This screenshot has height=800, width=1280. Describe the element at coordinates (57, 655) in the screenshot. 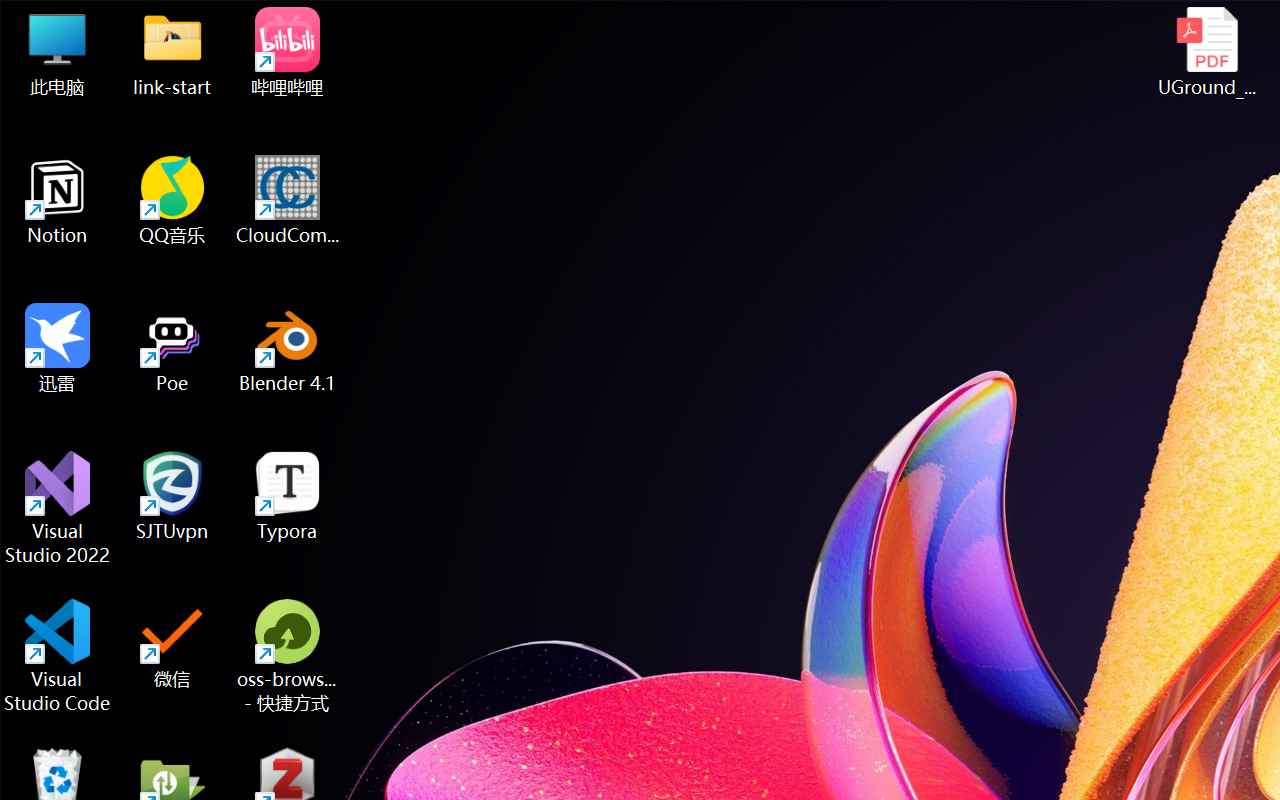

I see `'Visual Studio Code'` at that location.